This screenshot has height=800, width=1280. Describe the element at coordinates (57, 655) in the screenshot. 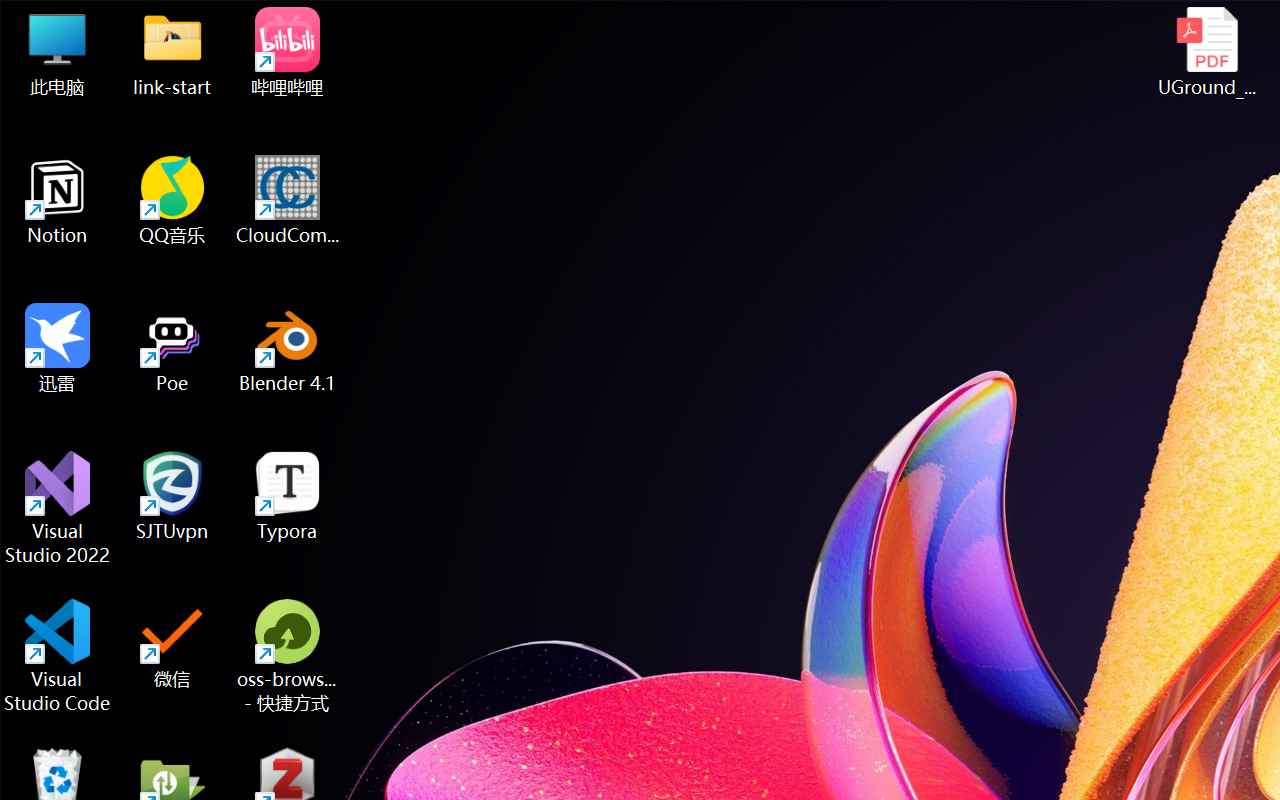

I see `'Visual Studio Code'` at that location.